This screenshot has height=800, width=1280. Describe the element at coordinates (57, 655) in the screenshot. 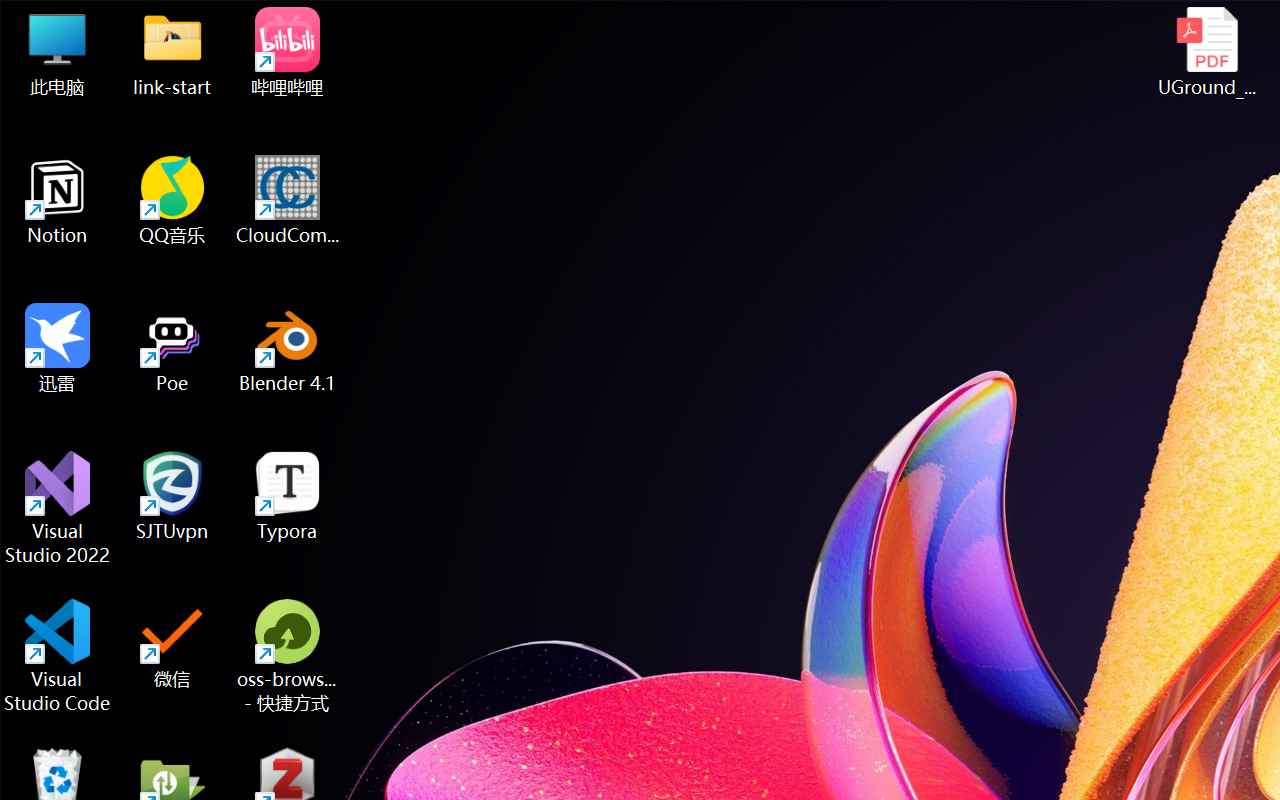

I see `'Visual Studio Code'` at that location.